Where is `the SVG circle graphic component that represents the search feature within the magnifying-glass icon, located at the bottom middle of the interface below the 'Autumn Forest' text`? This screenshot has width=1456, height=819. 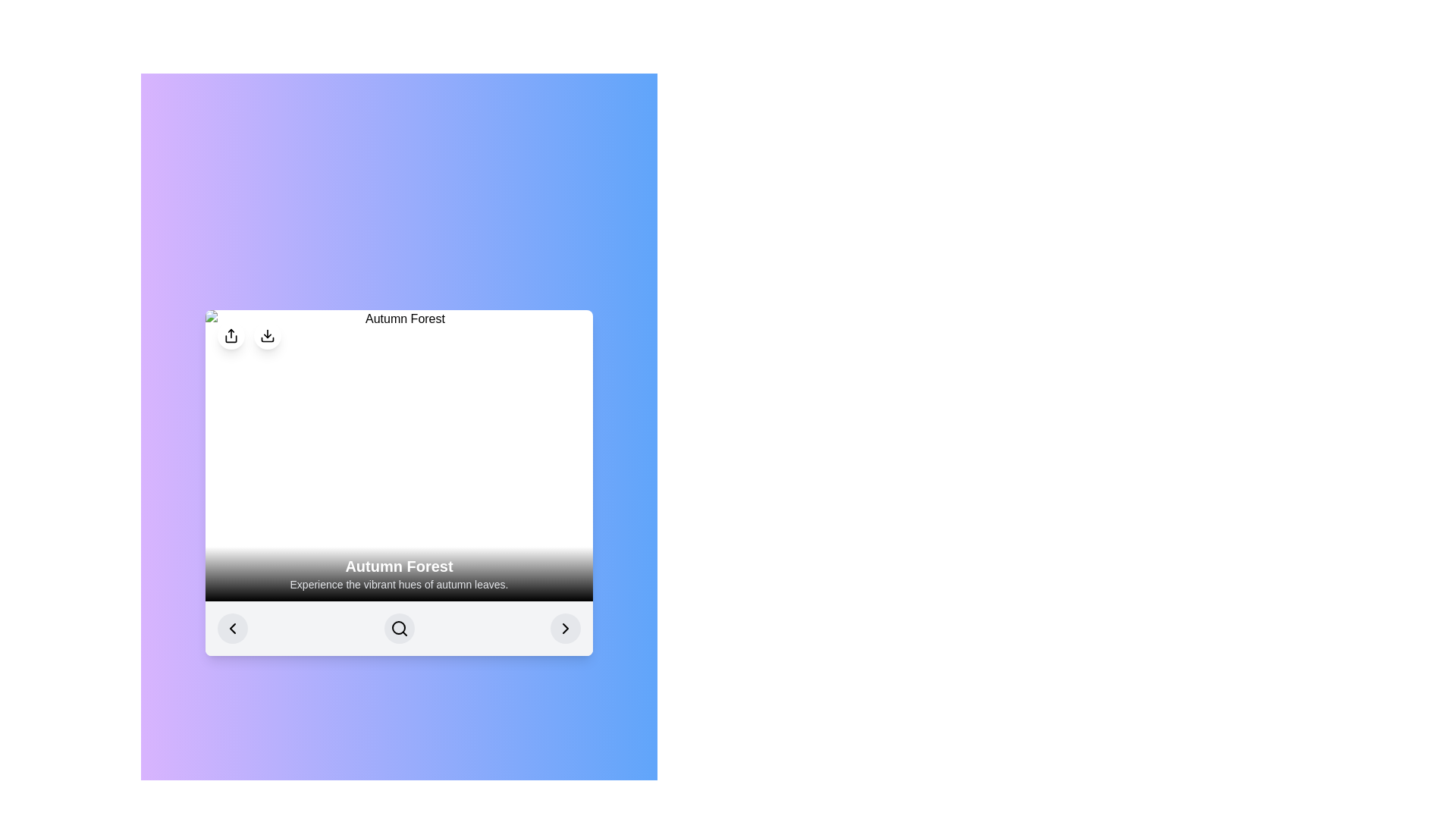
the SVG circle graphic component that represents the search feature within the magnifying-glass icon, located at the bottom middle of the interface below the 'Autumn Forest' text is located at coordinates (398, 628).